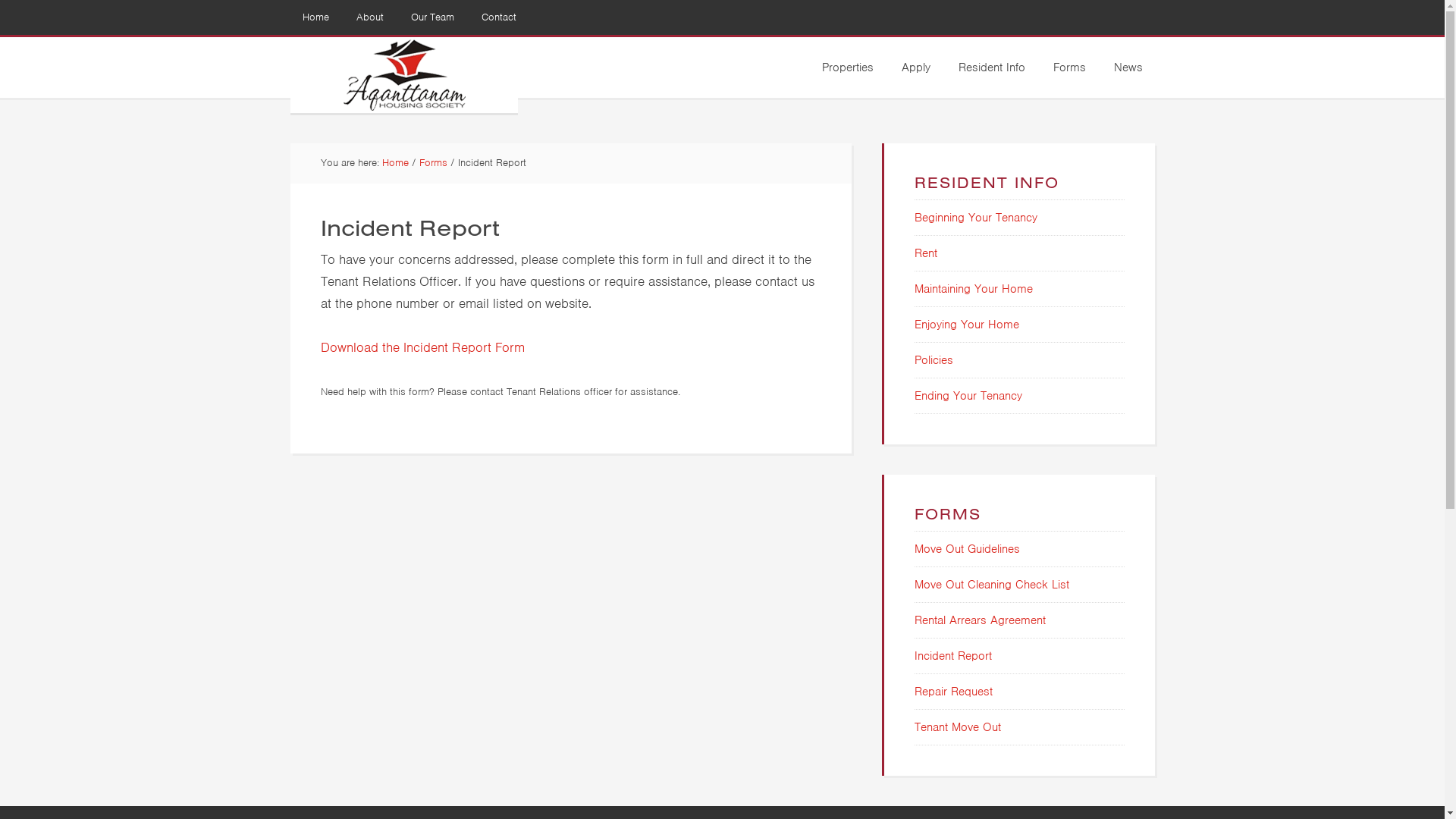  I want to click on 'Download the Incident Report Form', so click(422, 346).